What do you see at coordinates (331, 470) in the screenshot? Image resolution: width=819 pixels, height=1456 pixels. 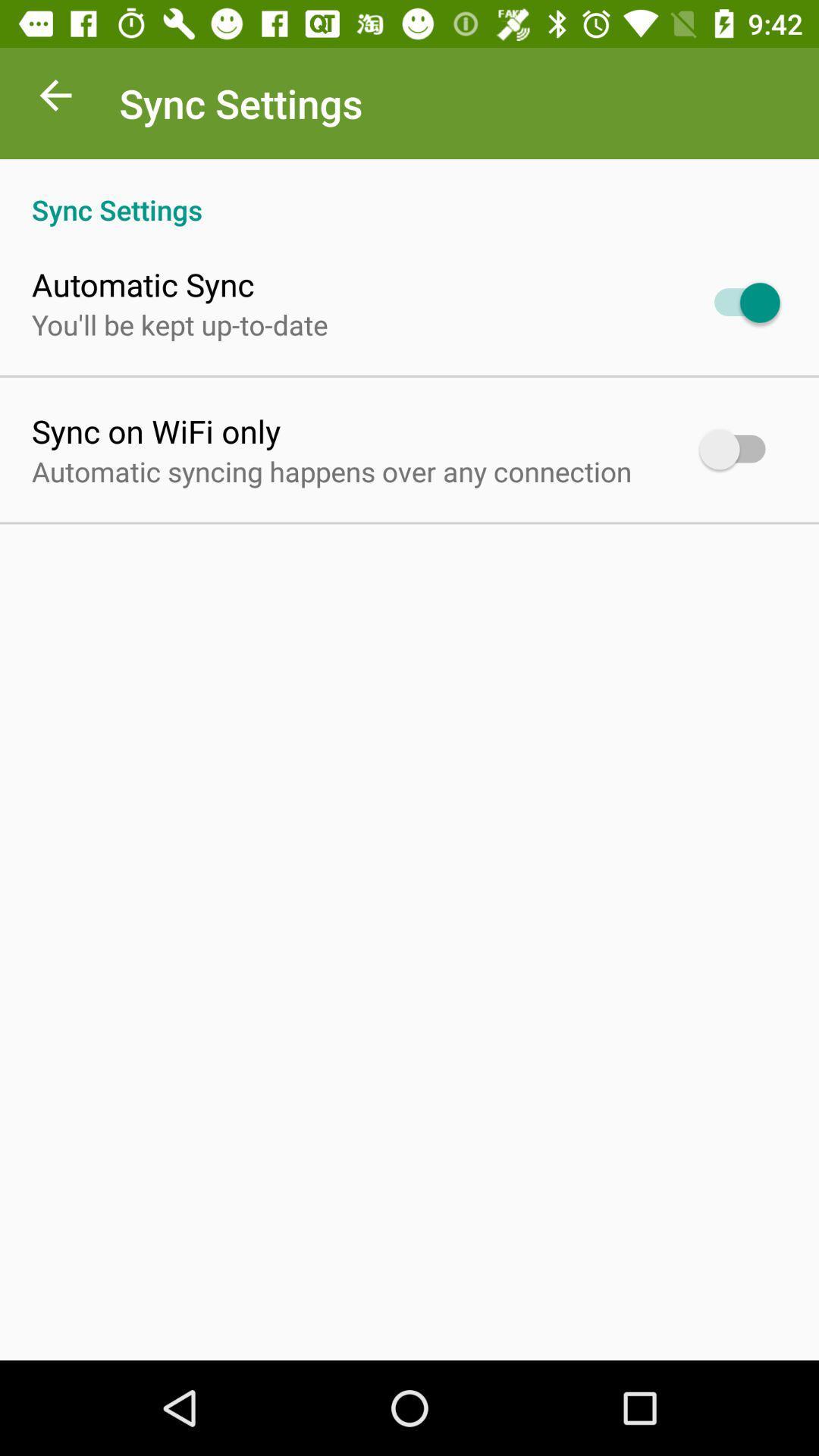 I see `automatic syncing happens icon` at bounding box center [331, 470].